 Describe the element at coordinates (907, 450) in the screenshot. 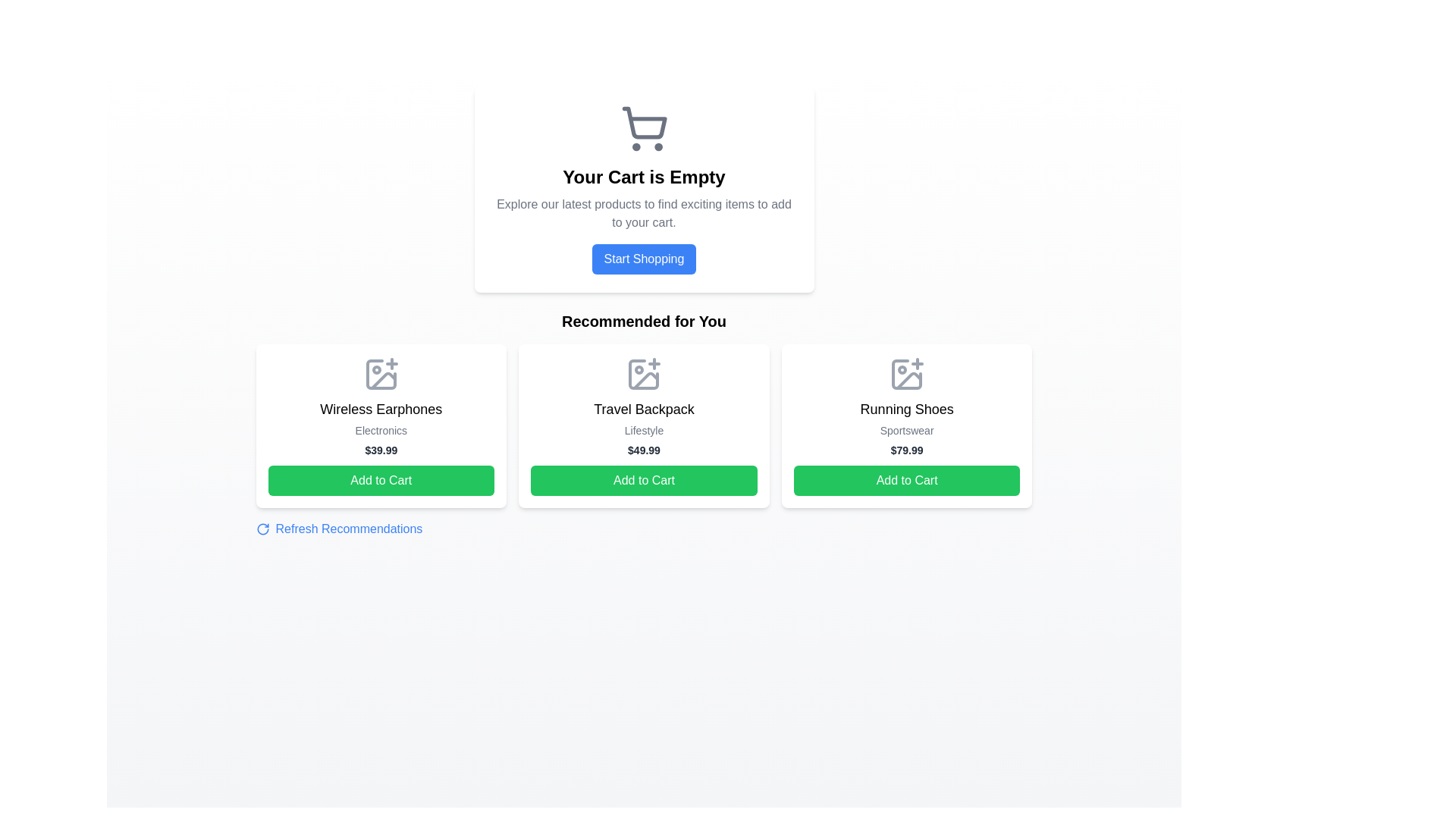

I see `the price text label located in the bottom half of the 'Running Shoes' product card, positioned beneath the 'Sportswear' text and above the 'Add to Cart' button` at that location.